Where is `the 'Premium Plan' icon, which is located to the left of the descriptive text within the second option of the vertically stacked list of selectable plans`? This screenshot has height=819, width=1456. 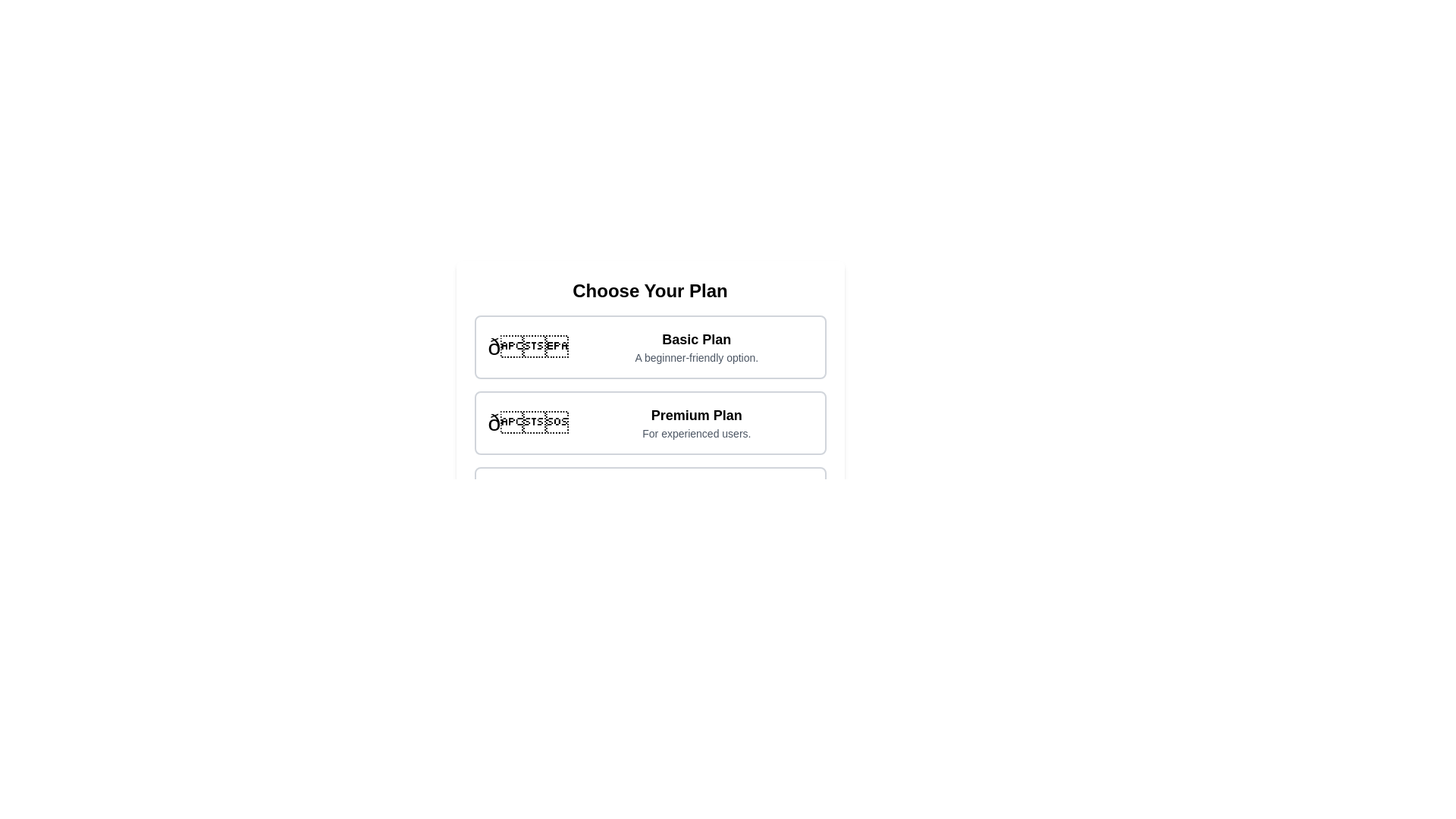 the 'Premium Plan' icon, which is located to the left of the descriptive text within the second option of the vertically stacked list of selectable plans is located at coordinates (528, 423).